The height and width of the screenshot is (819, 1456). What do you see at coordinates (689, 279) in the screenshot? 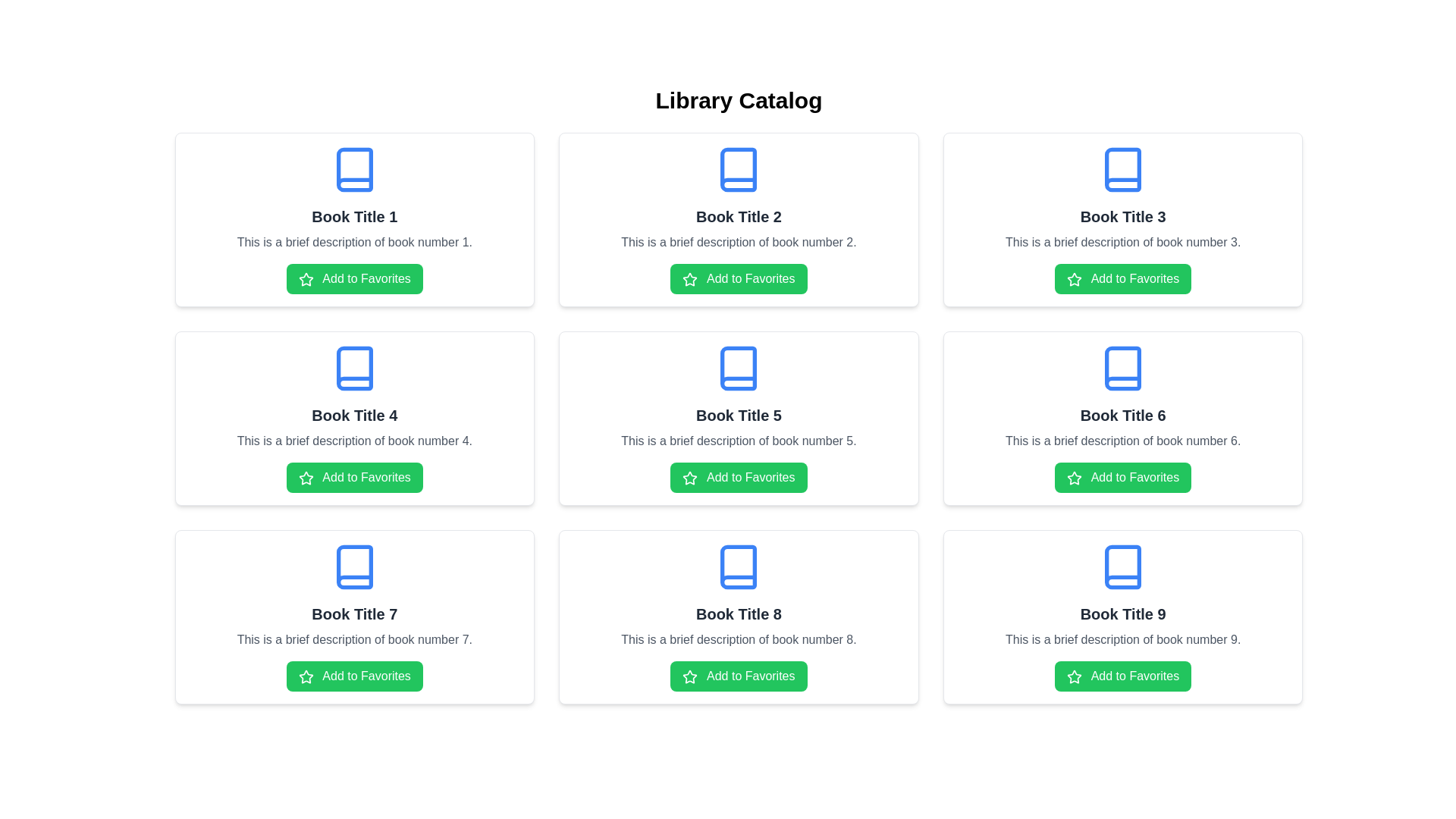
I see `the star icon which is part of the 'Add to Favorites' button in the second card of the first row to interact with it` at bounding box center [689, 279].